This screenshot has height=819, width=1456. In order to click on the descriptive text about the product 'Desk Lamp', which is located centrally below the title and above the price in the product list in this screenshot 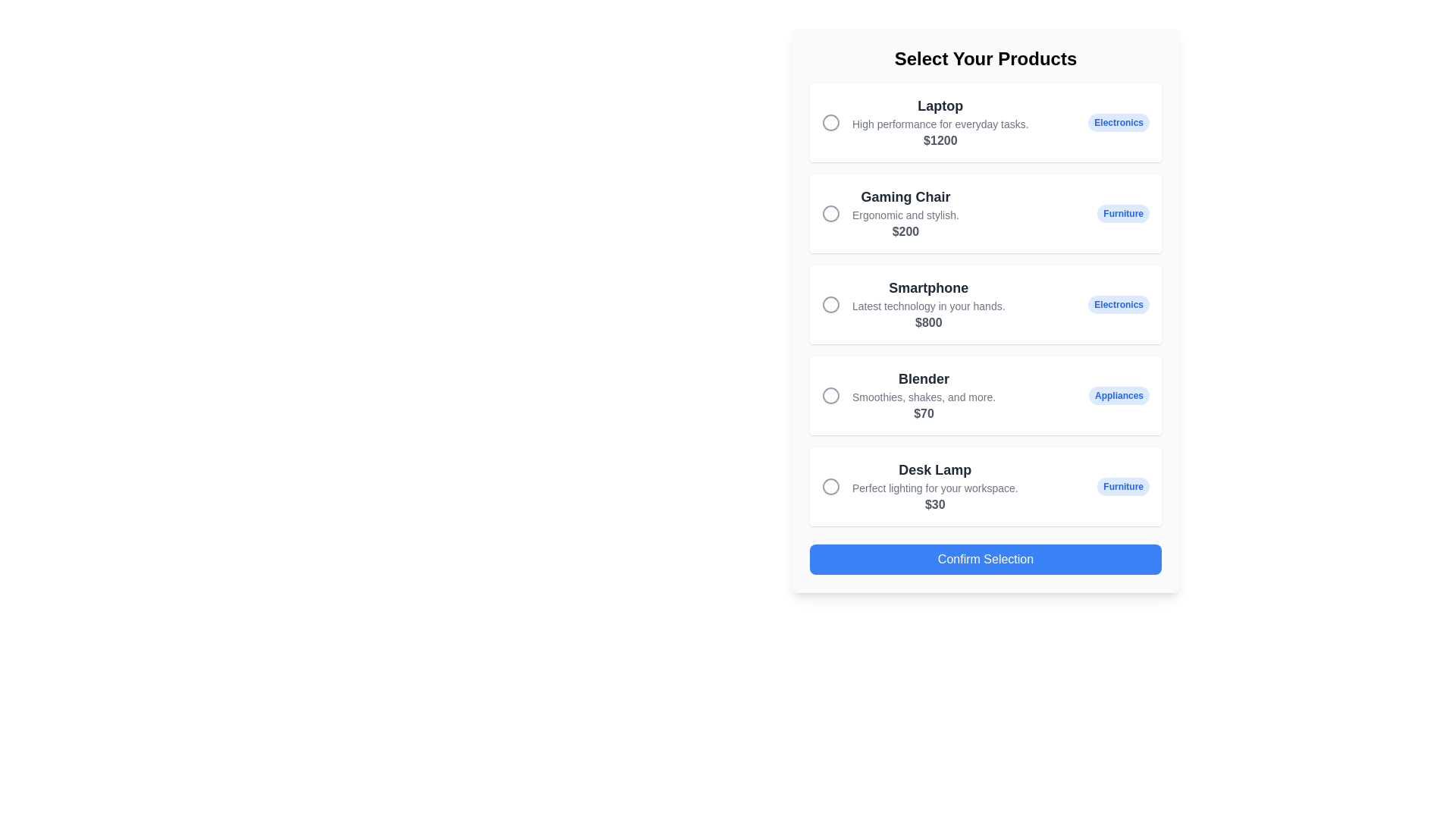, I will do `click(934, 488)`.